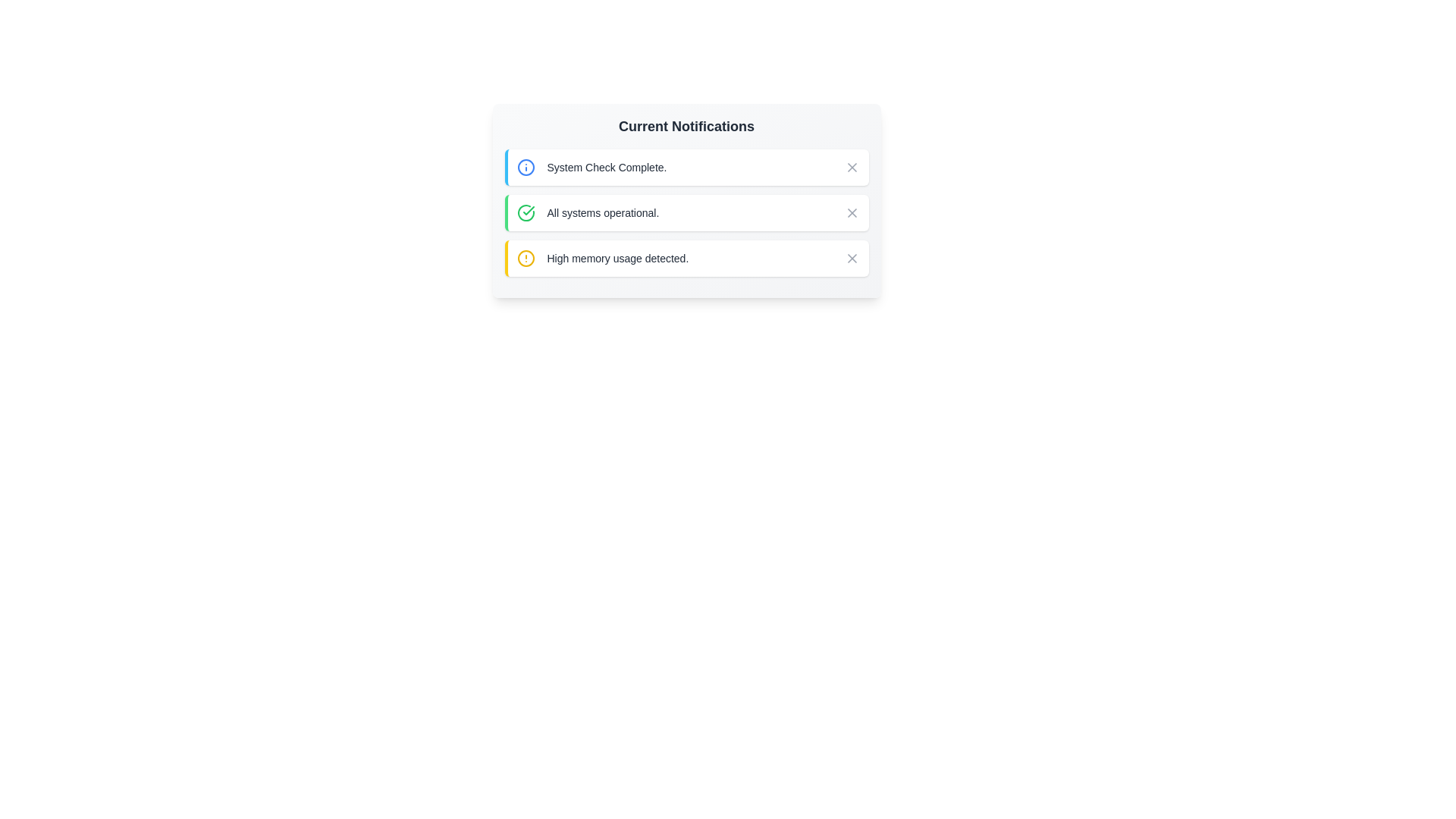 This screenshot has height=819, width=1456. I want to click on the close button of the notification with the message 'High memory usage detected.', so click(852, 257).